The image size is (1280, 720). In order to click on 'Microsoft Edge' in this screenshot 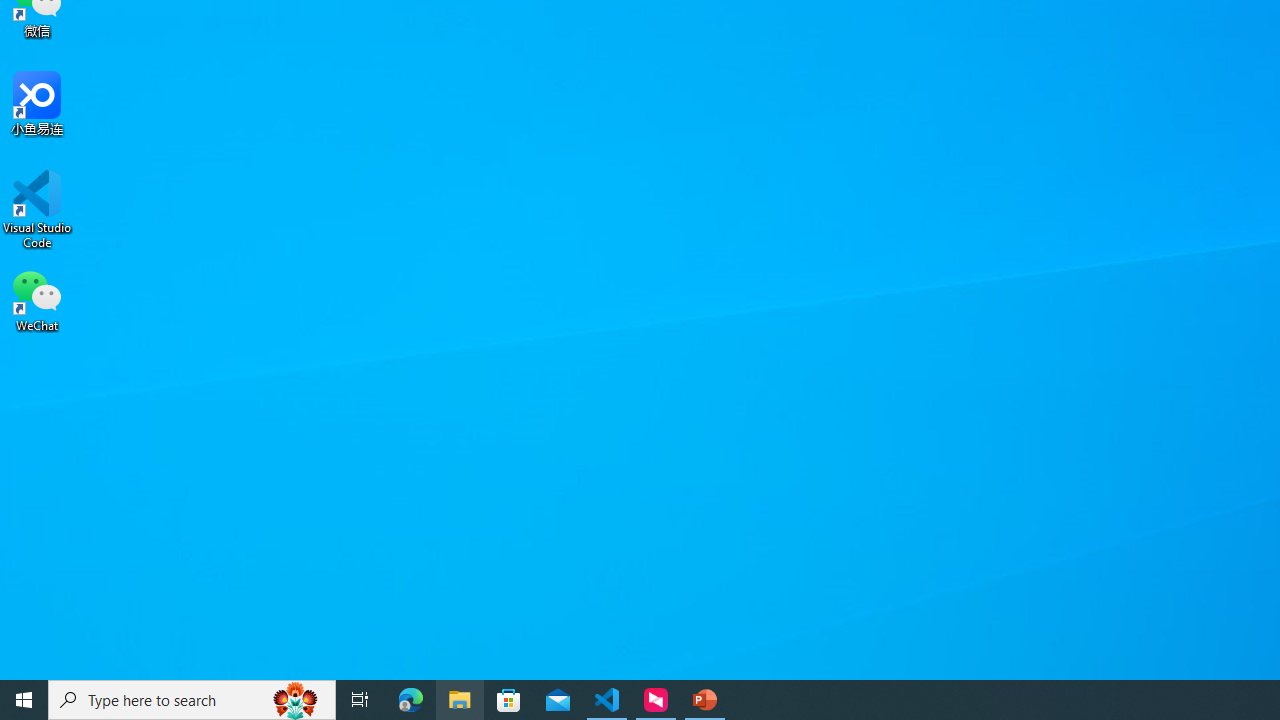, I will do `click(410, 698)`.